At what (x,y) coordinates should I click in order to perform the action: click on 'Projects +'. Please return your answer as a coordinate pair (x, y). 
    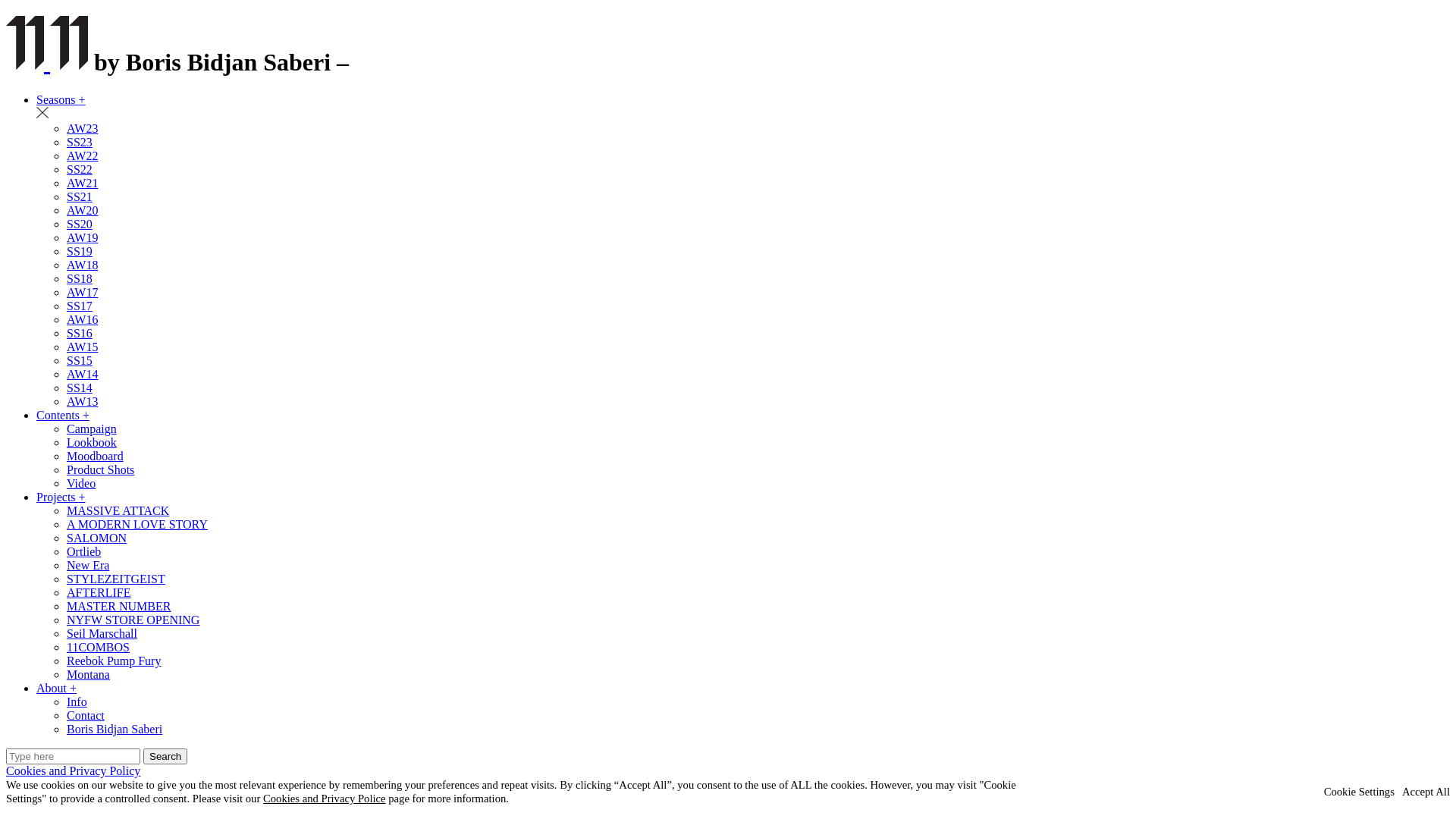
    Looking at the image, I should click on (61, 497).